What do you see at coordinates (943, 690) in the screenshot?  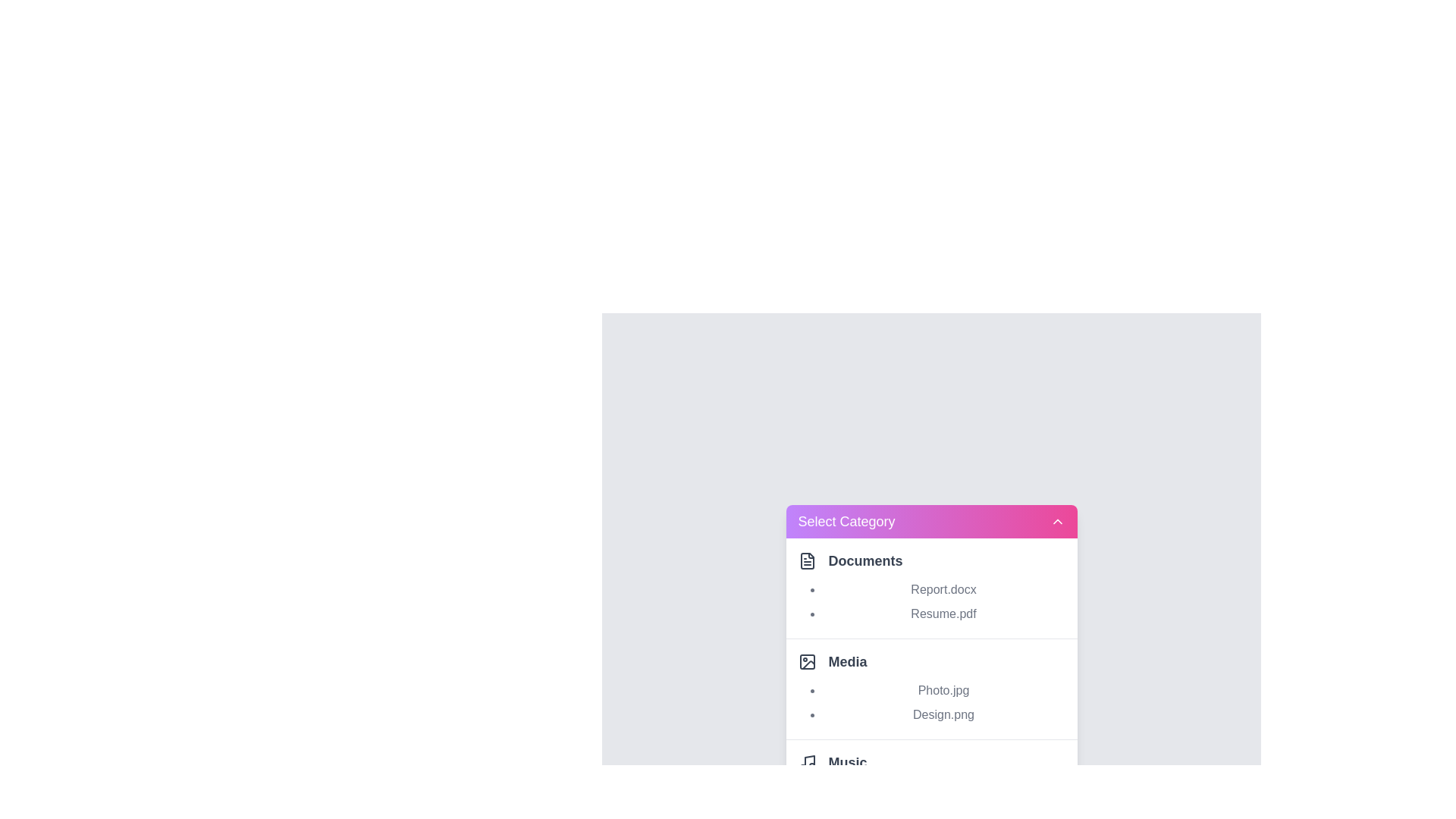 I see `the text list item displaying 'Photo.jpg' in the Media section` at bounding box center [943, 690].